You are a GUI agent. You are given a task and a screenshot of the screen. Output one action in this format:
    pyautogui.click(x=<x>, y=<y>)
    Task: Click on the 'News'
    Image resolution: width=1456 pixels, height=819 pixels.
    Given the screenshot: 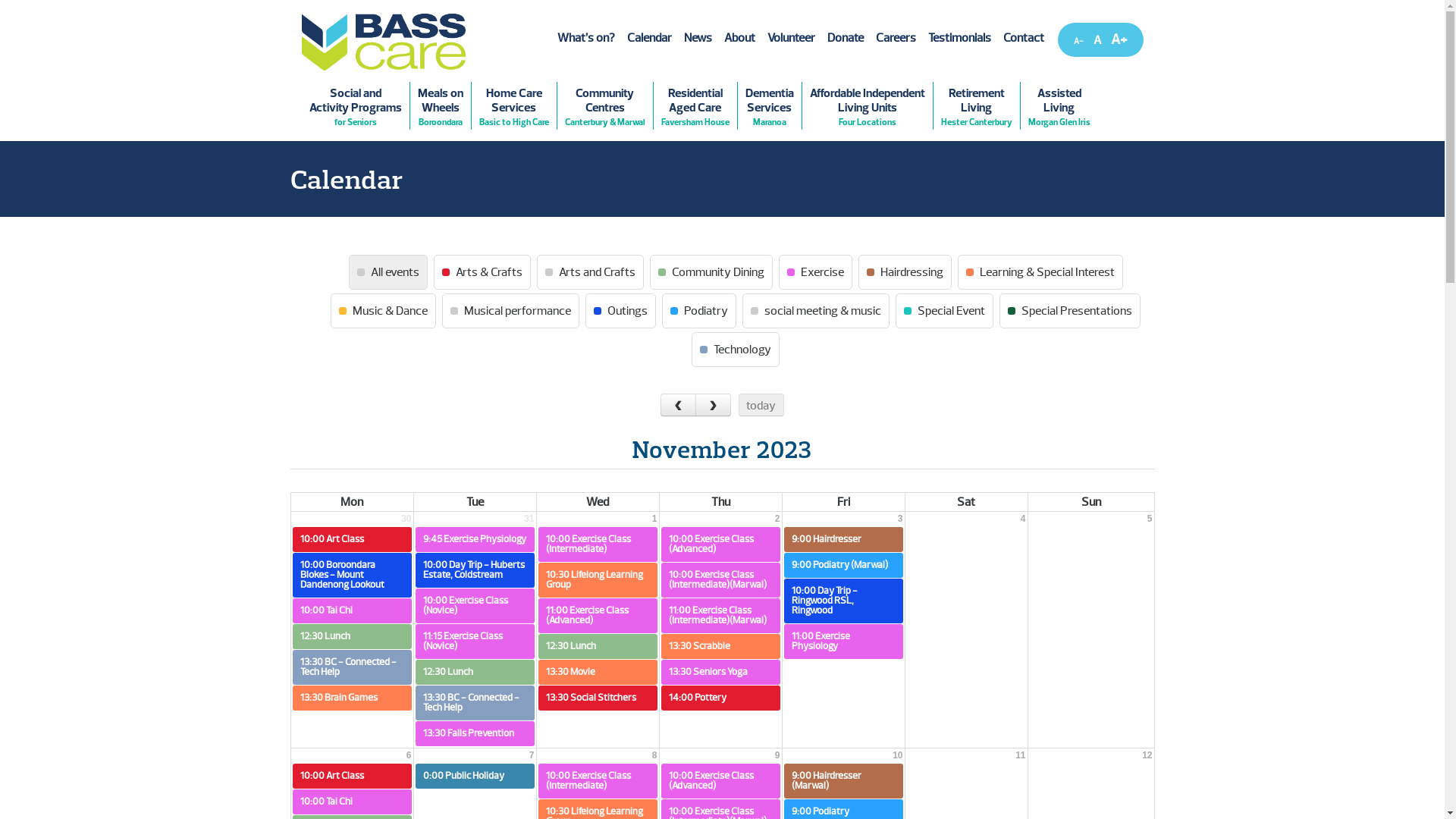 What is the action you would take?
    pyautogui.click(x=697, y=37)
    